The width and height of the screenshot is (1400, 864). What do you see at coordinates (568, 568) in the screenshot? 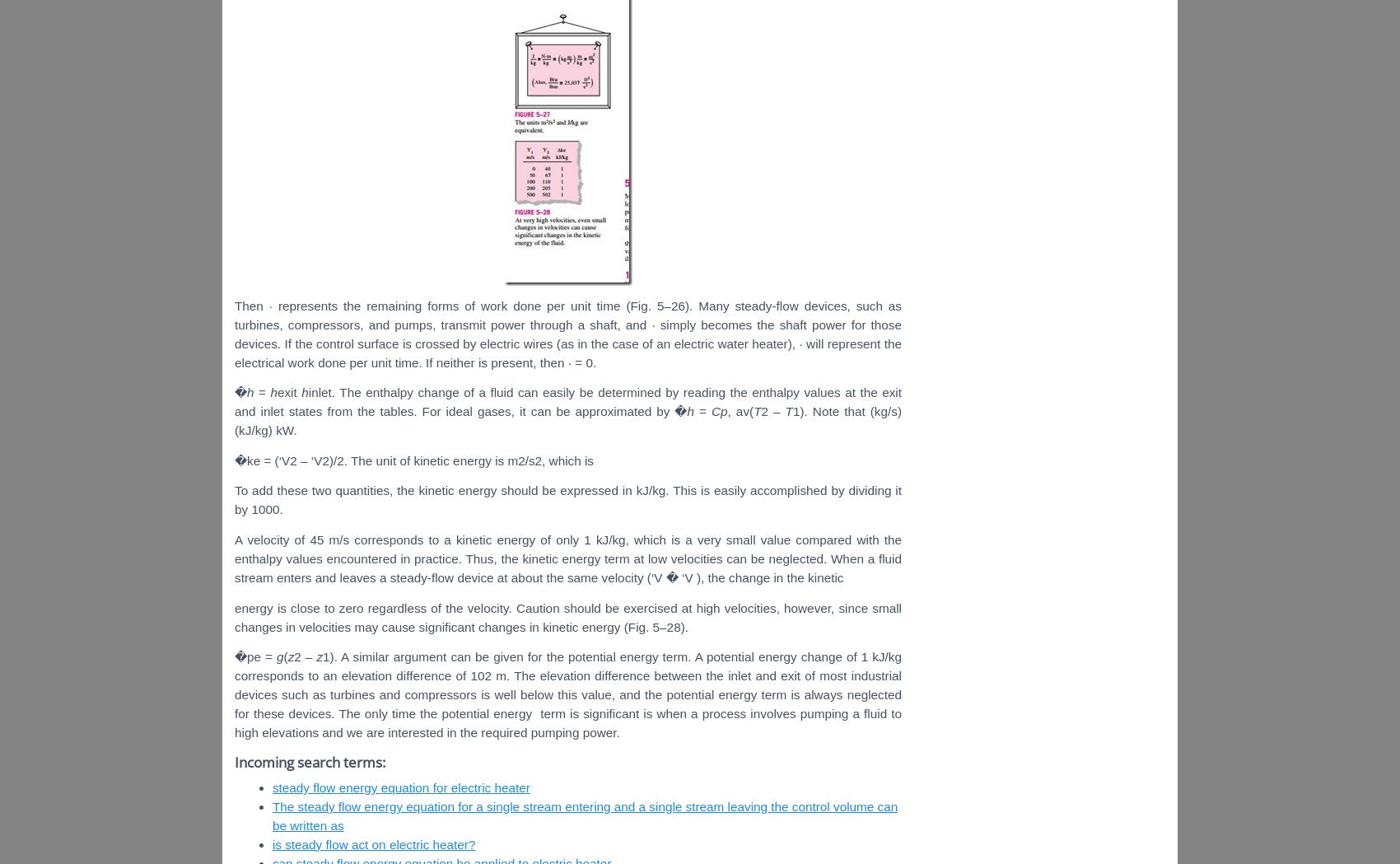
I see `'encountered in practice. Thus, the kinetic energy term at low velocities can be neglected. When a fluid stream enters and leaves a steady-flow'` at bounding box center [568, 568].